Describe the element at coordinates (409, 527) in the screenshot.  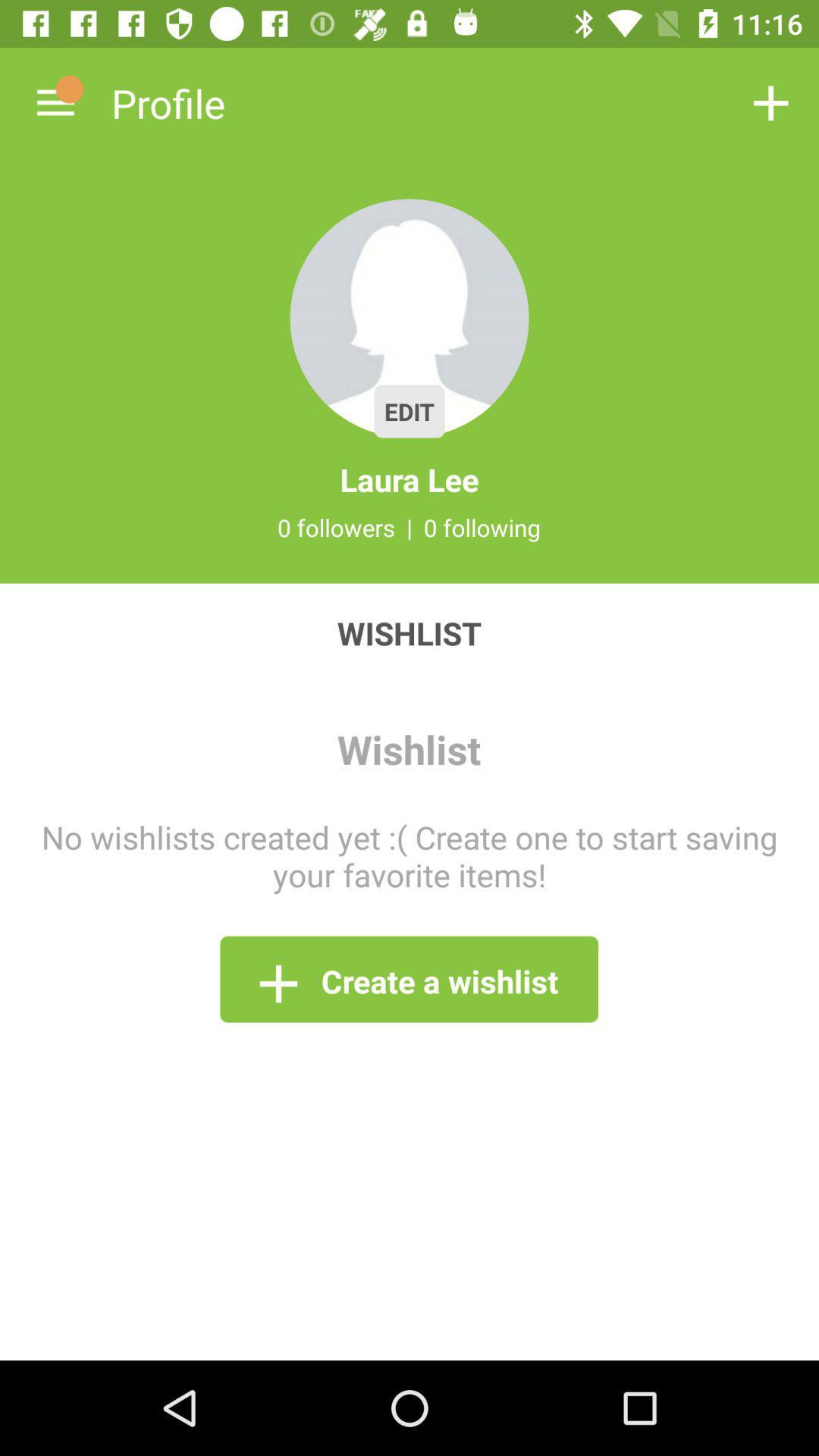
I see `icon below the laura lee item` at that location.